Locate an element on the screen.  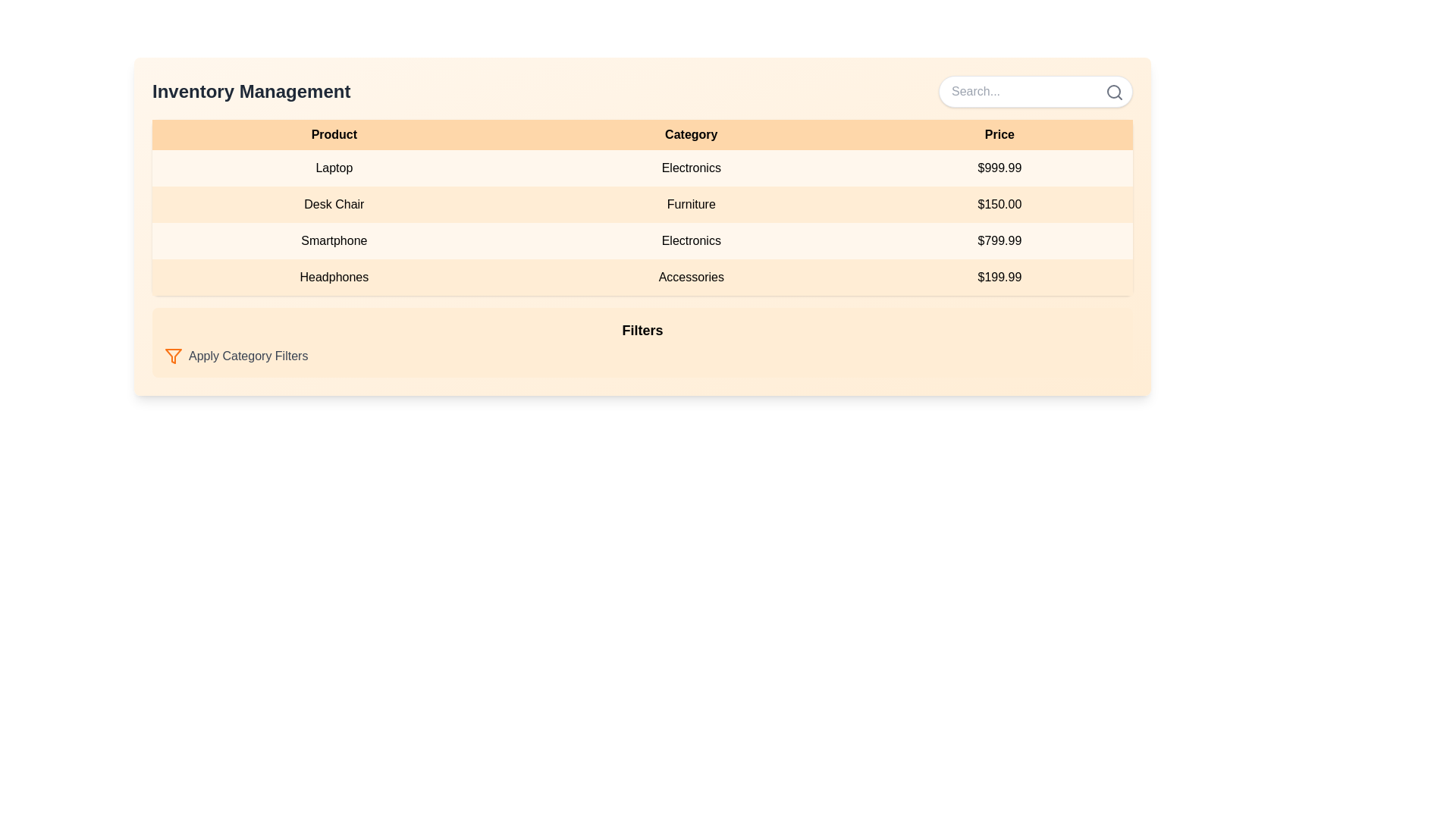
the 'Headphones' static text label element is located at coordinates (333, 278).